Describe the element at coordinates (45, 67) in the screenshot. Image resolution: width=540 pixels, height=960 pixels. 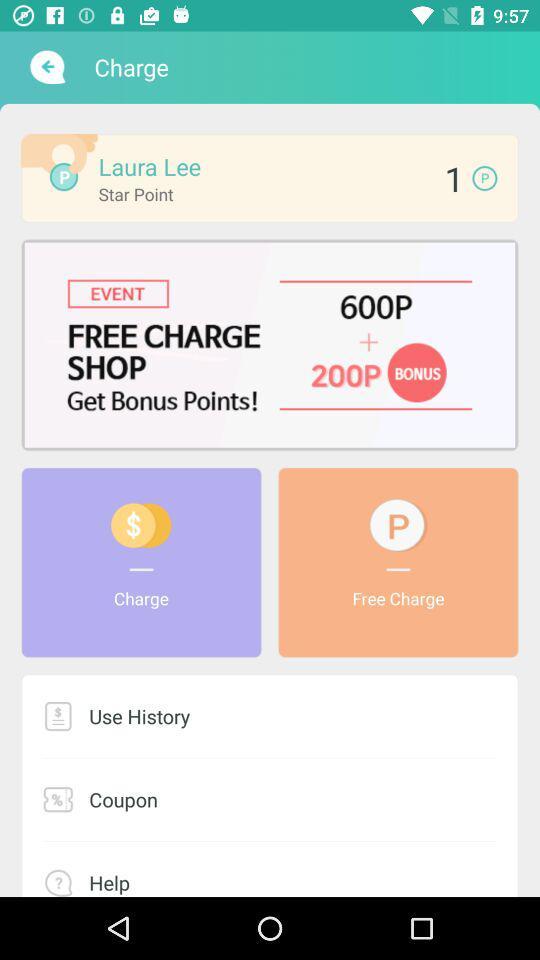
I see `previous` at that location.